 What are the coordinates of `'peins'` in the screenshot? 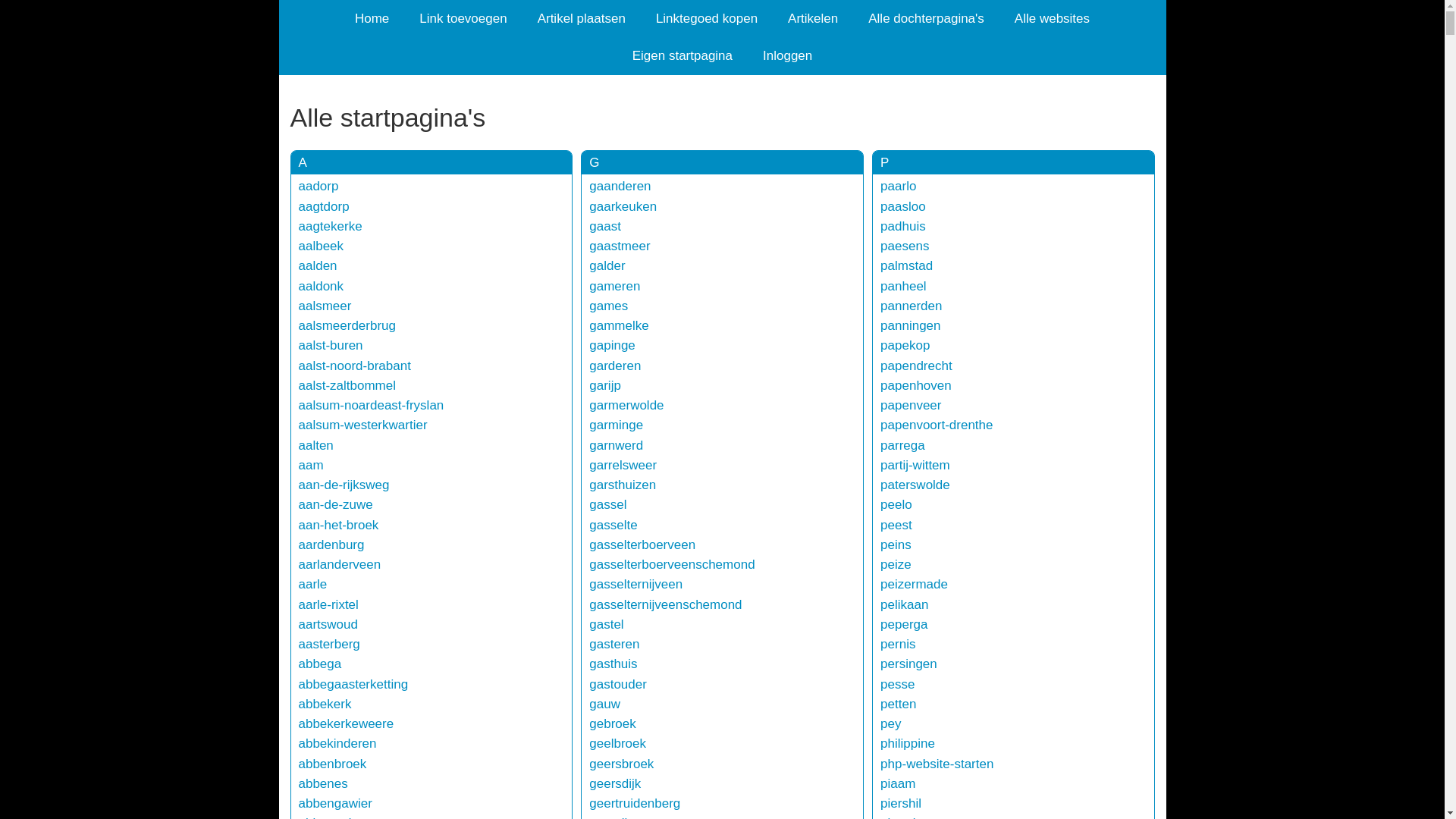 It's located at (896, 544).